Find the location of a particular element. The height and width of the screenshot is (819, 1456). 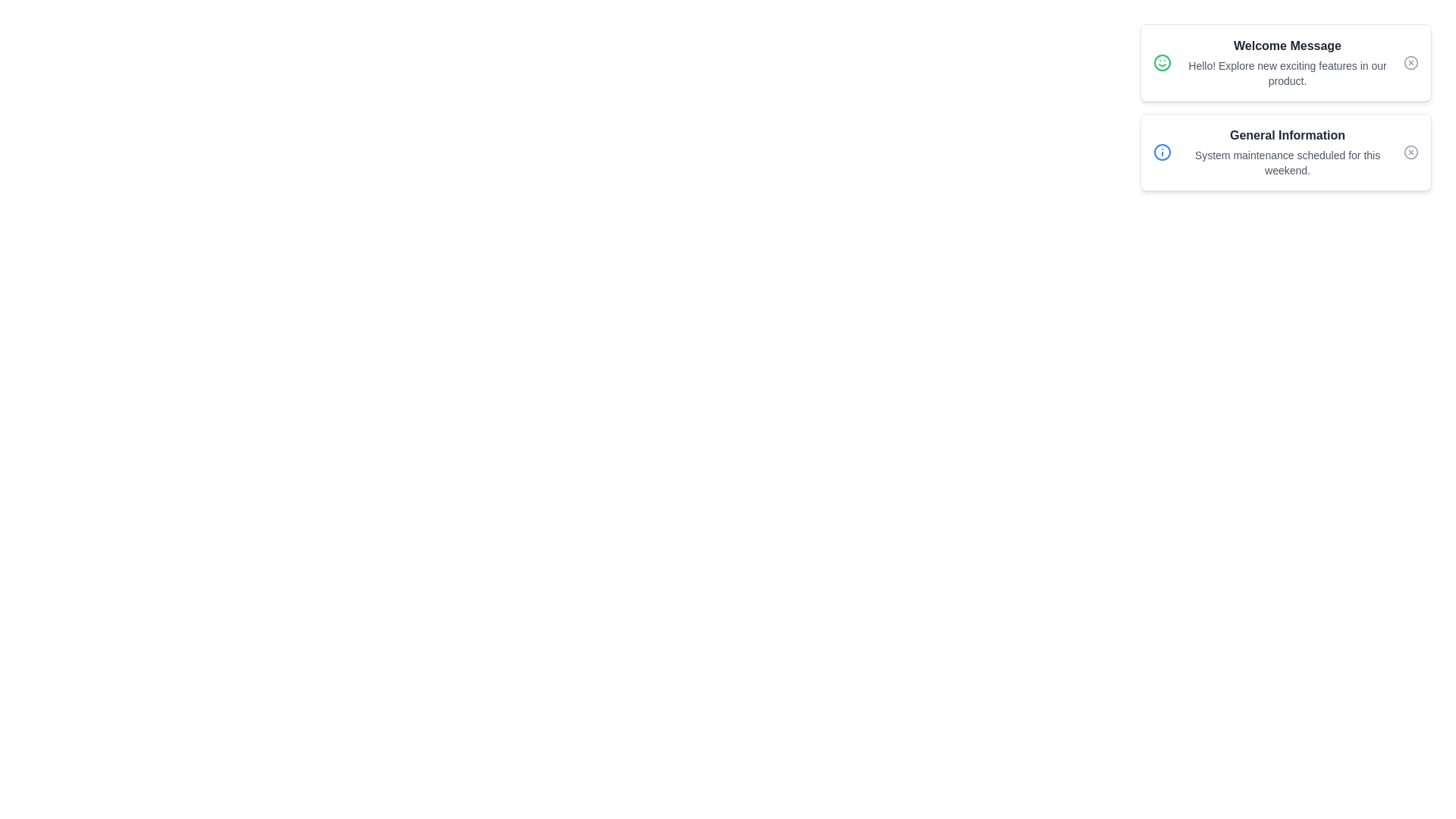

the close button of the notification identified by General Information is located at coordinates (1410, 152).